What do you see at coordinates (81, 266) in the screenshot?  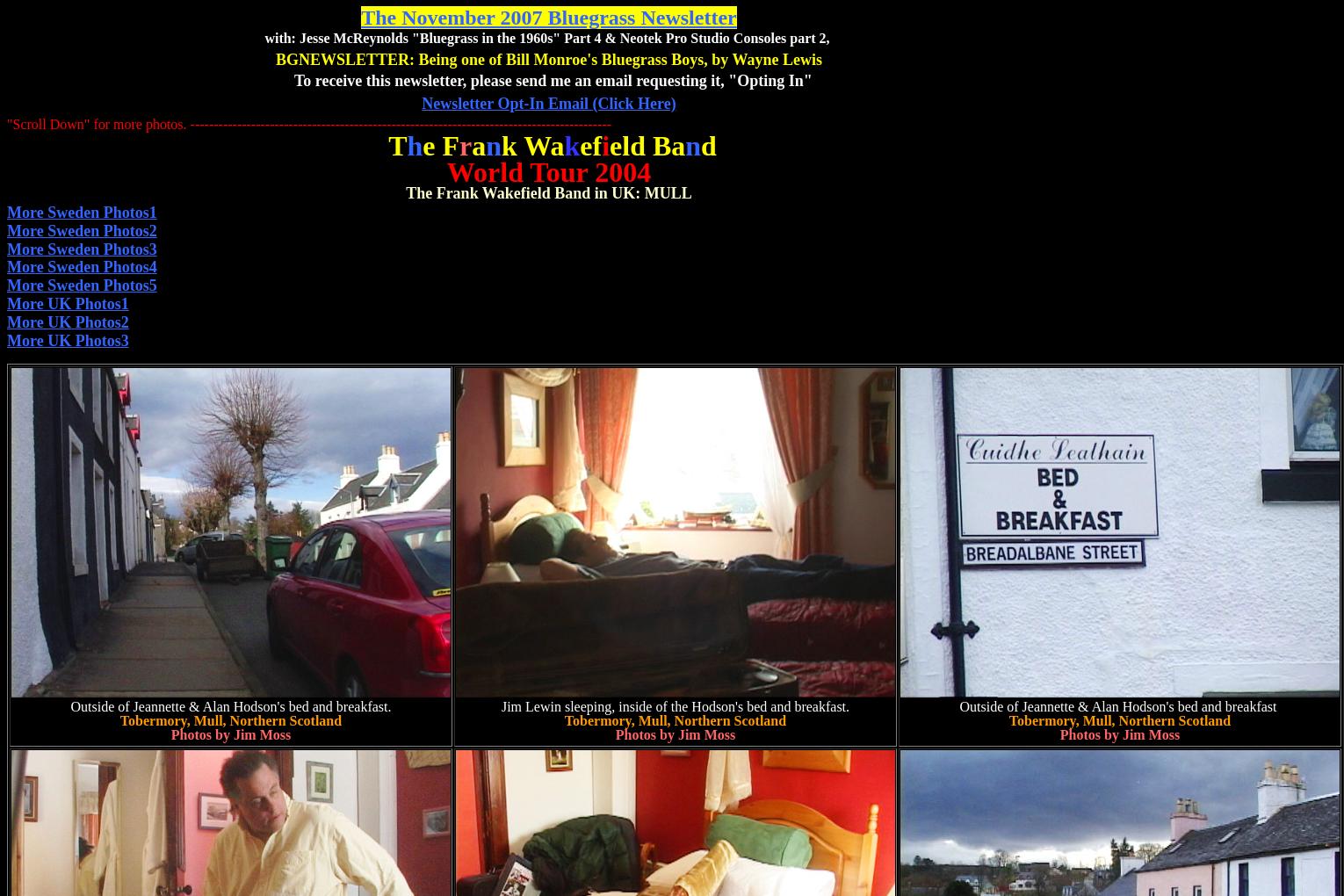 I see `'More
Sweden Photos4'` at bounding box center [81, 266].